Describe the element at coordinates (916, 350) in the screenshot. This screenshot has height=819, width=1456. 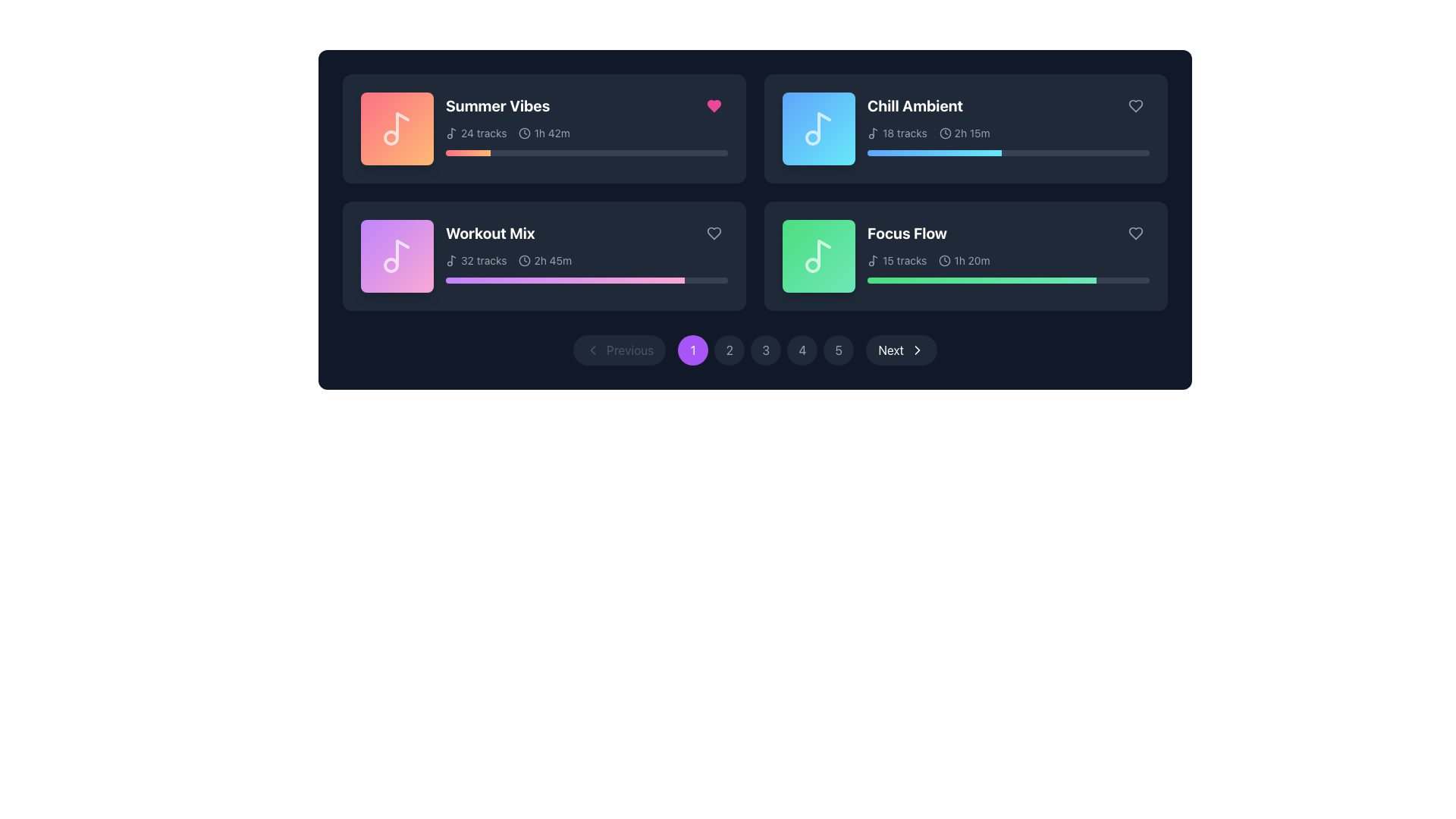
I see `the chevron-shaped icon styled as a rightward arrow, which is positioned inside the 'Next' button in the bottom-right section of the interface` at that location.